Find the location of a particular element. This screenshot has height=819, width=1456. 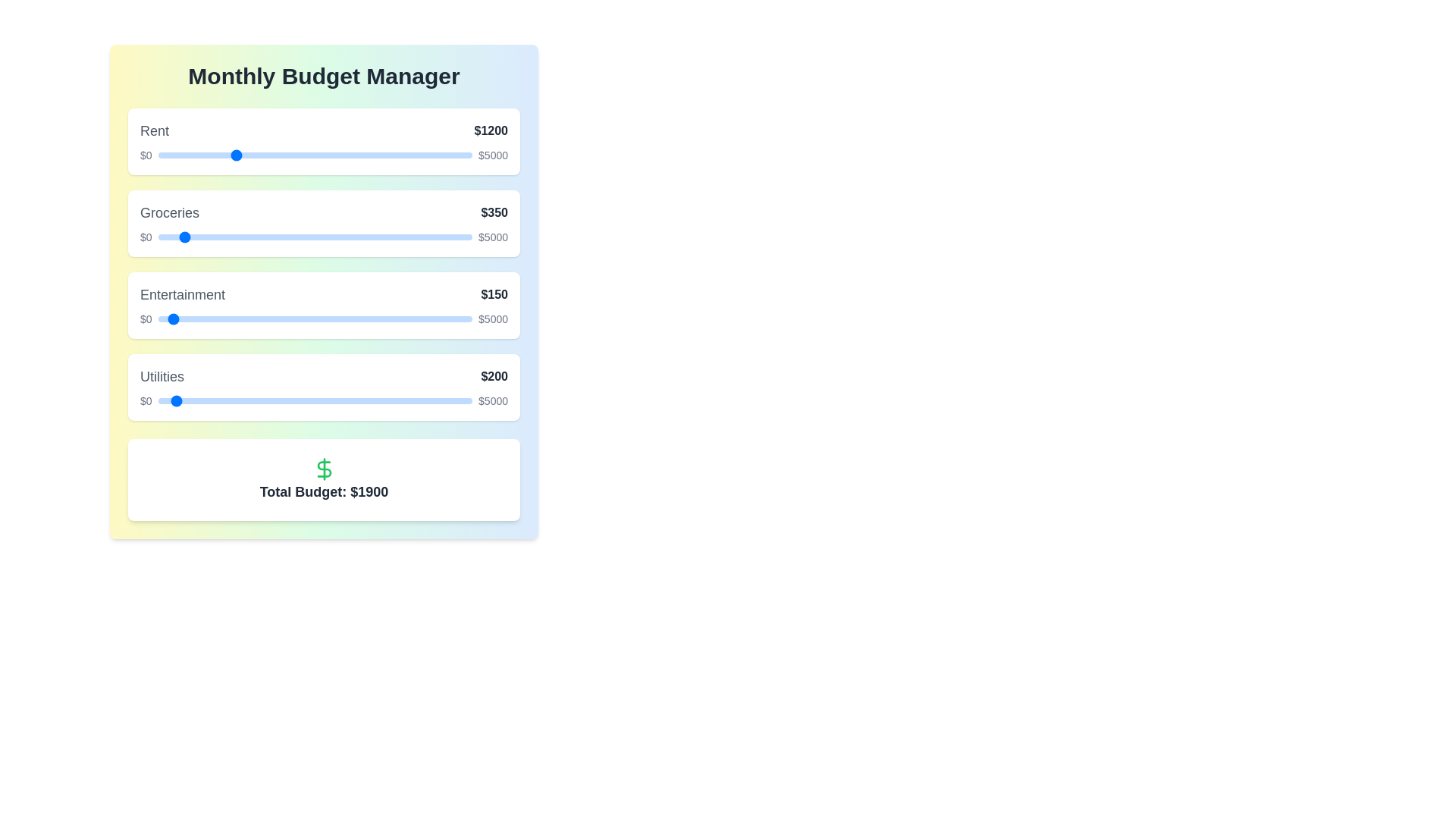

the text label displaying the current amount allocated to the 'Entertainment' category in the budget system, which is positioned to the far right of the 'Entertainment' row is located at coordinates (494, 295).